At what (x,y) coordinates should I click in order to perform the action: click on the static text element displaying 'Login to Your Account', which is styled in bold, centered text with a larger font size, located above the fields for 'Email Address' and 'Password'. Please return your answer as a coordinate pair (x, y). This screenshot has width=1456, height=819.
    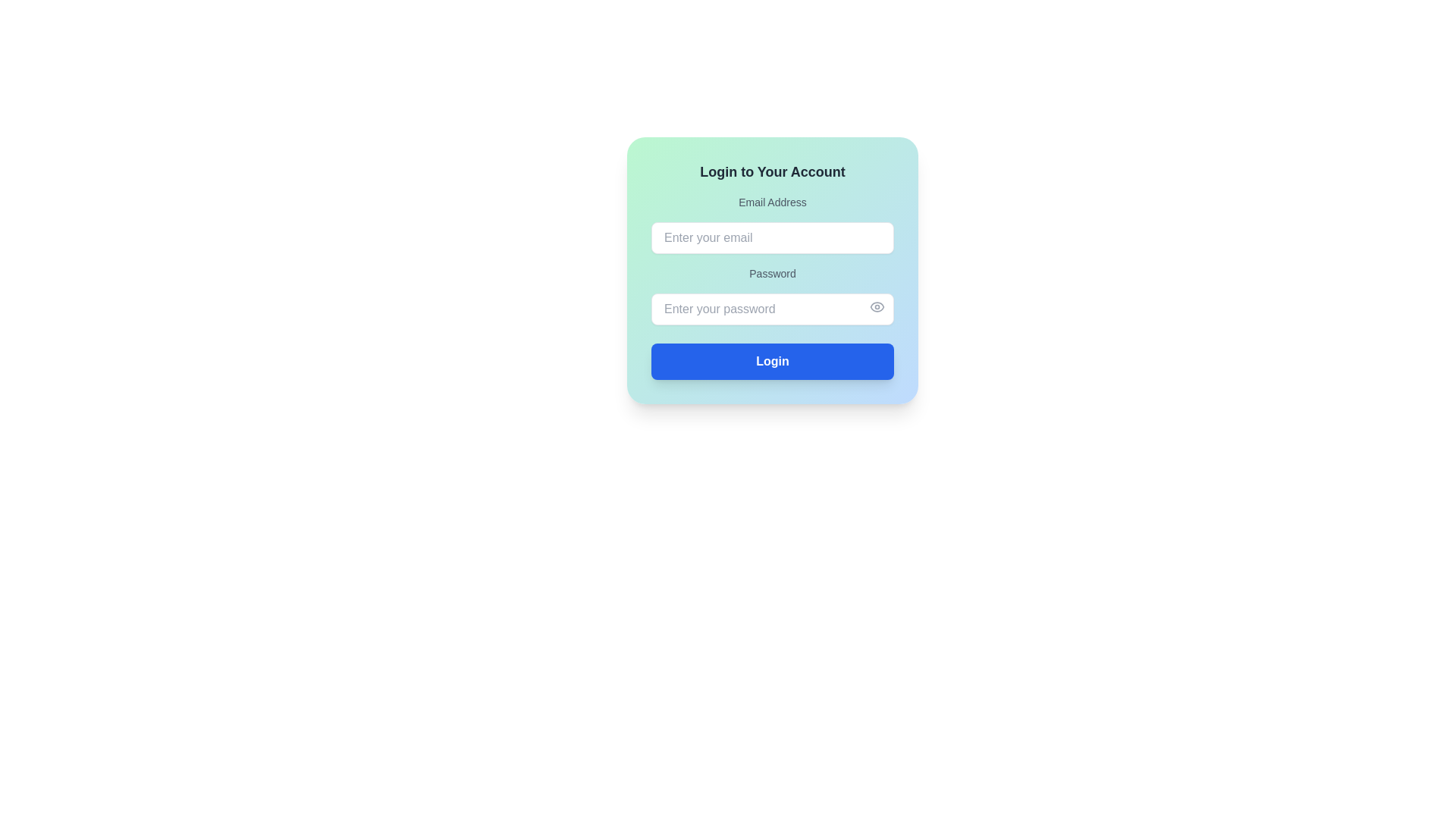
    Looking at the image, I should click on (772, 171).